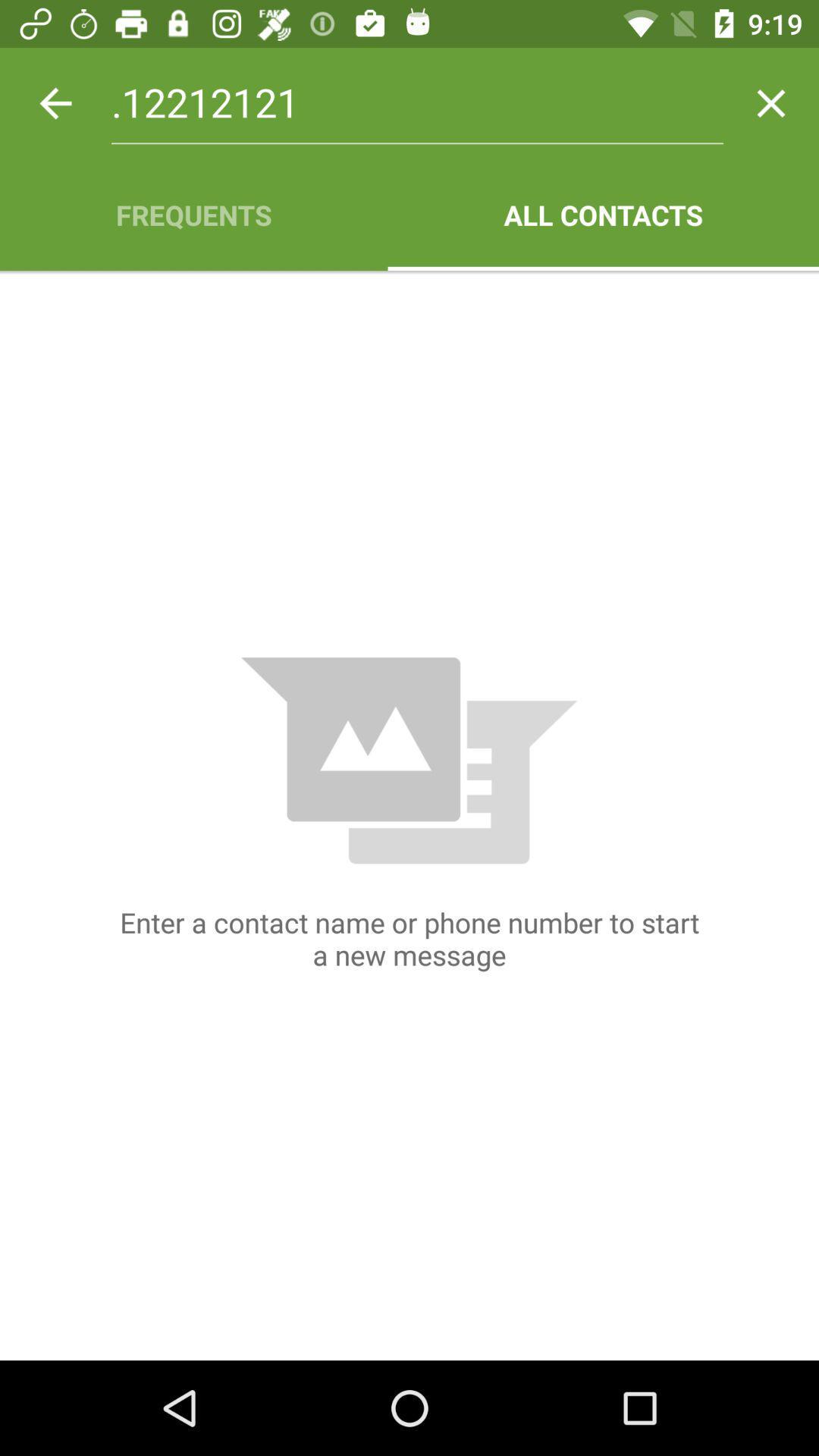  What do you see at coordinates (771, 102) in the screenshot?
I see `item next to the .12212121 item` at bounding box center [771, 102].